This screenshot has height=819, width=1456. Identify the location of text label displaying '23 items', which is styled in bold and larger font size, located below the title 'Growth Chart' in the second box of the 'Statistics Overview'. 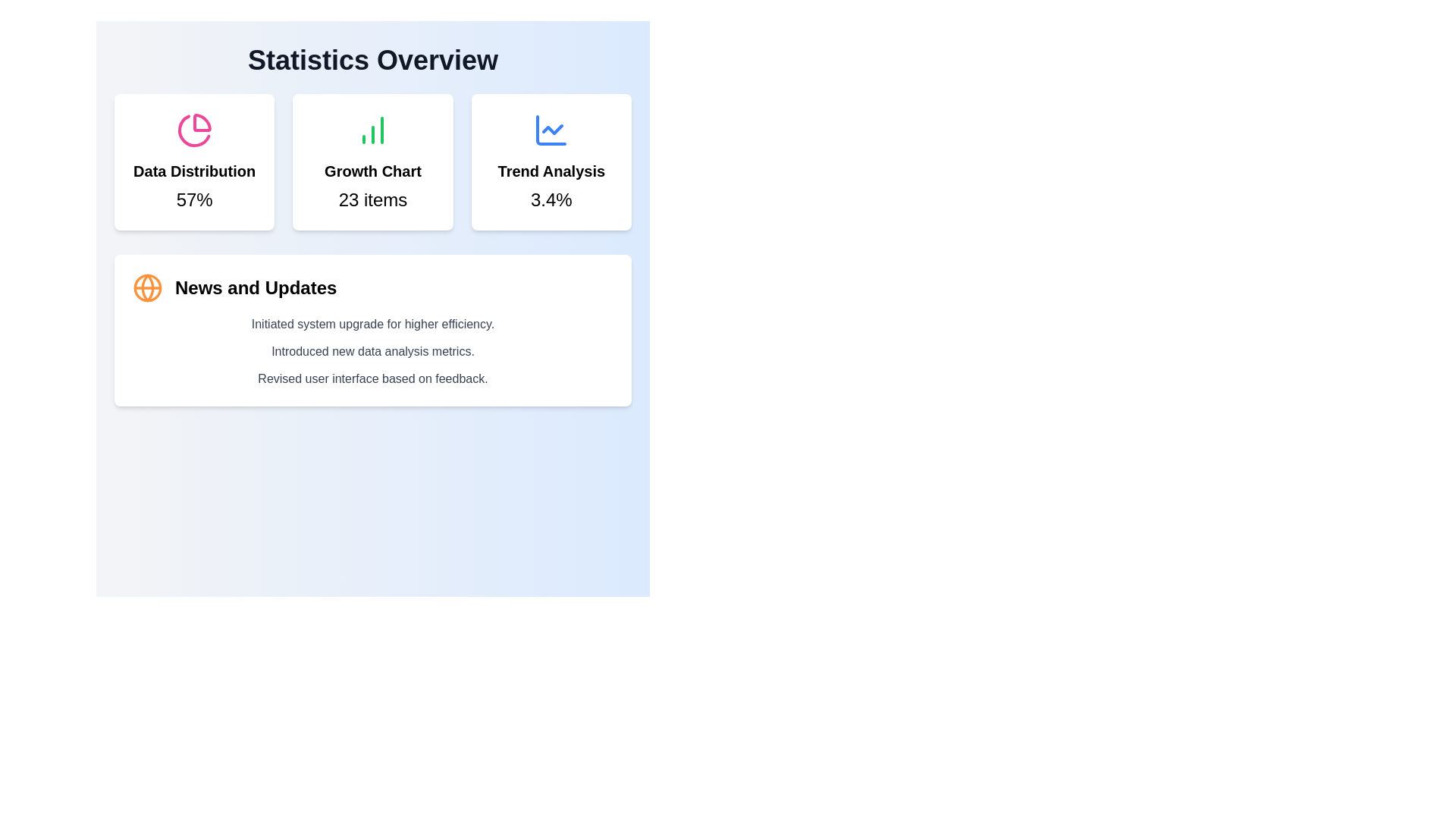
(372, 199).